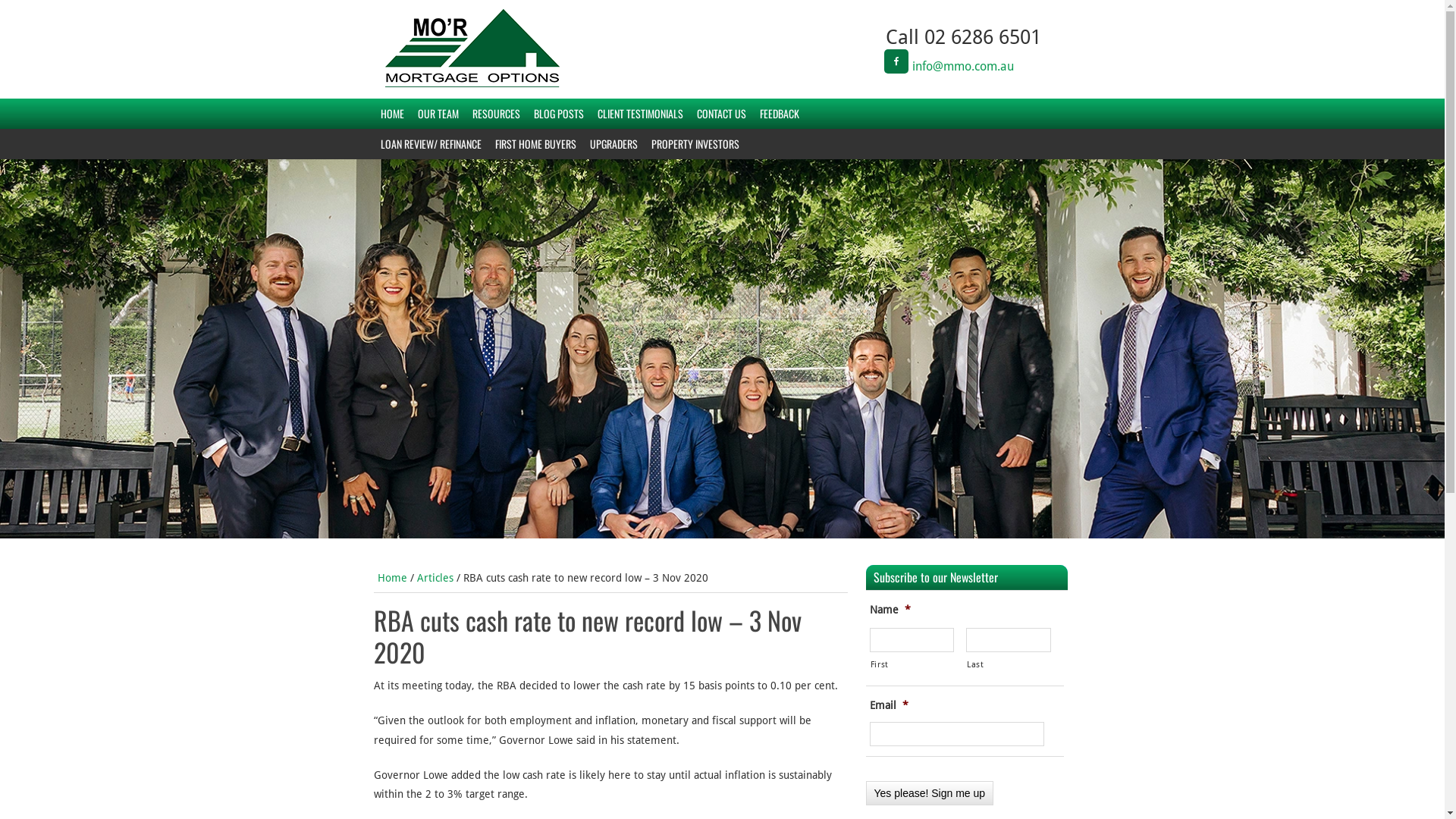  I want to click on 'CLIENT TESTIMONIALS', so click(590, 113).